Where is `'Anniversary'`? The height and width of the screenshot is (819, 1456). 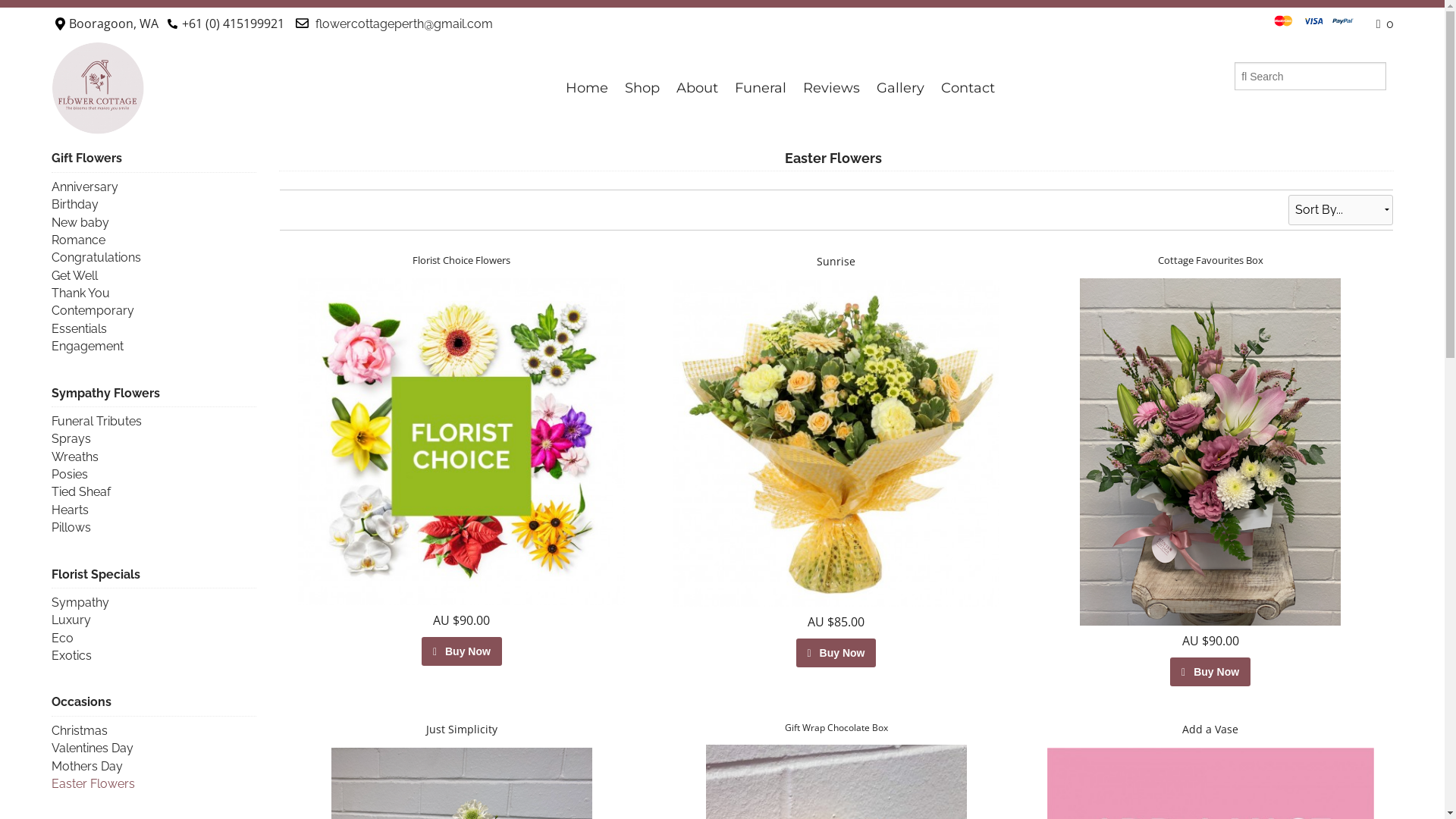 'Anniversary' is located at coordinates (83, 186).